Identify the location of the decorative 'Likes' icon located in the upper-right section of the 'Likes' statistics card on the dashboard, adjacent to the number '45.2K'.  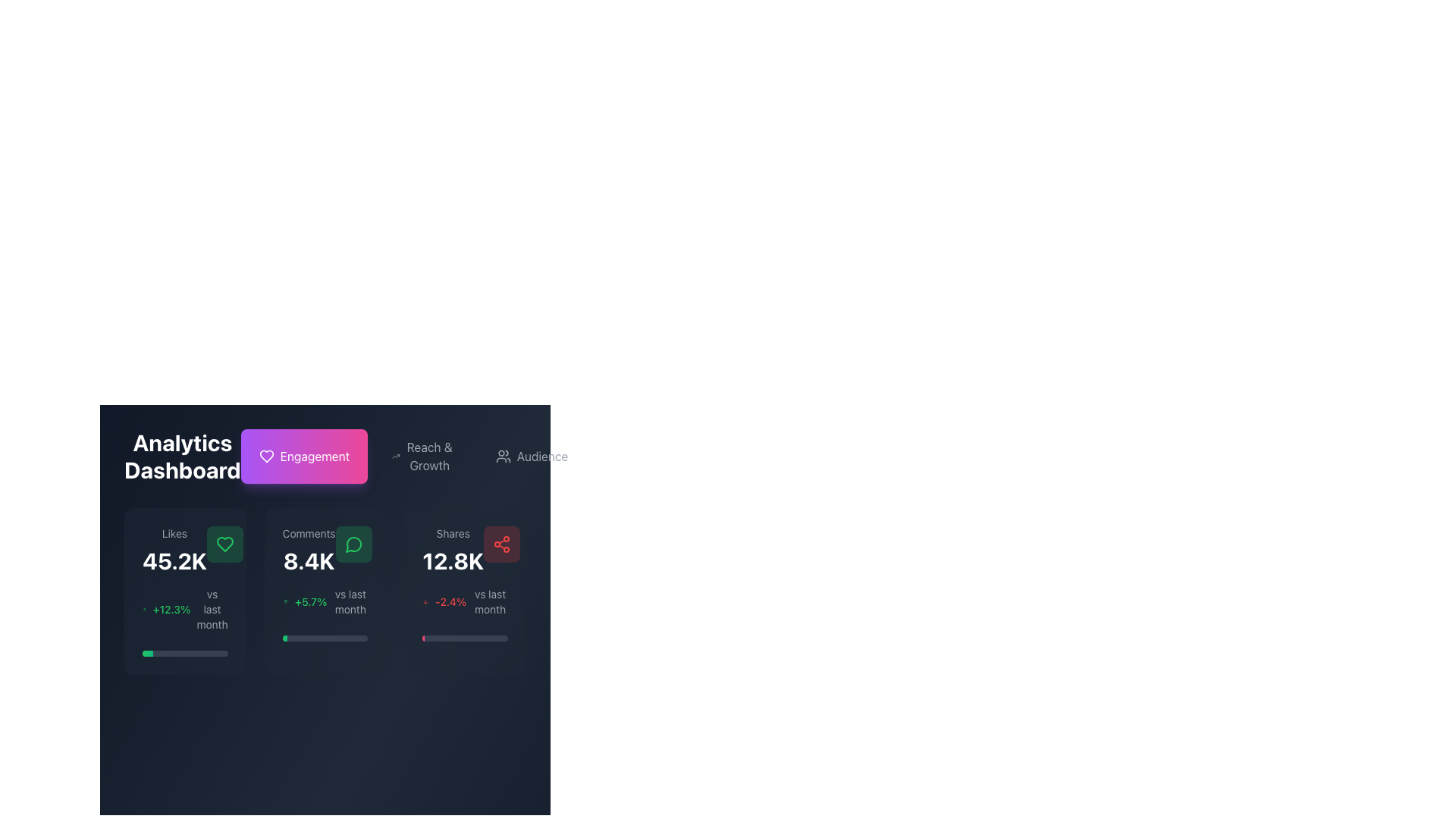
(224, 543).